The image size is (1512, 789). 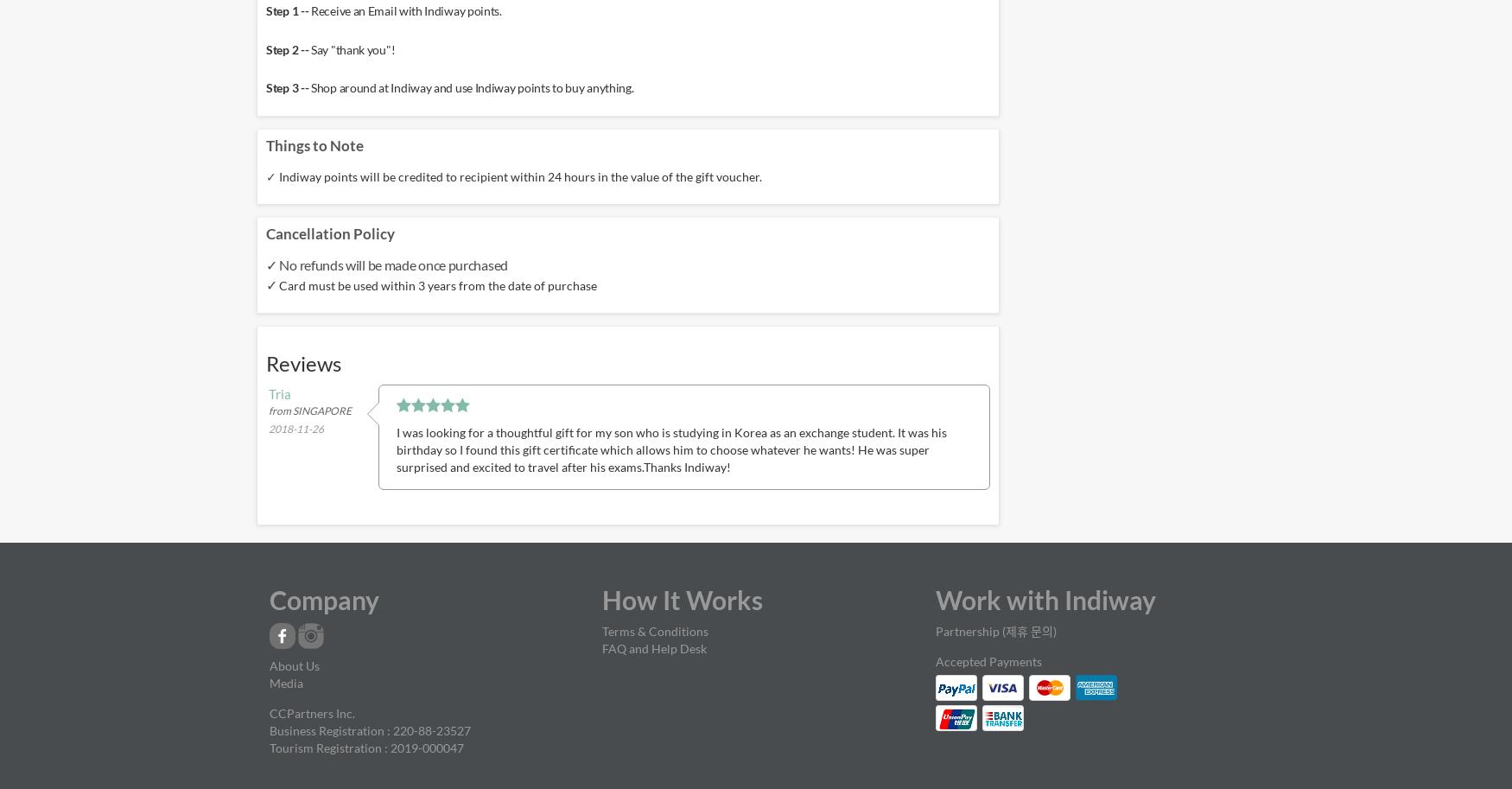 What do you see at coordinates (472, 87) in the screenshot?
I see `'Shop around at Indiway and use Indiway points to buy anything.'` at bounding box center [472, 87].